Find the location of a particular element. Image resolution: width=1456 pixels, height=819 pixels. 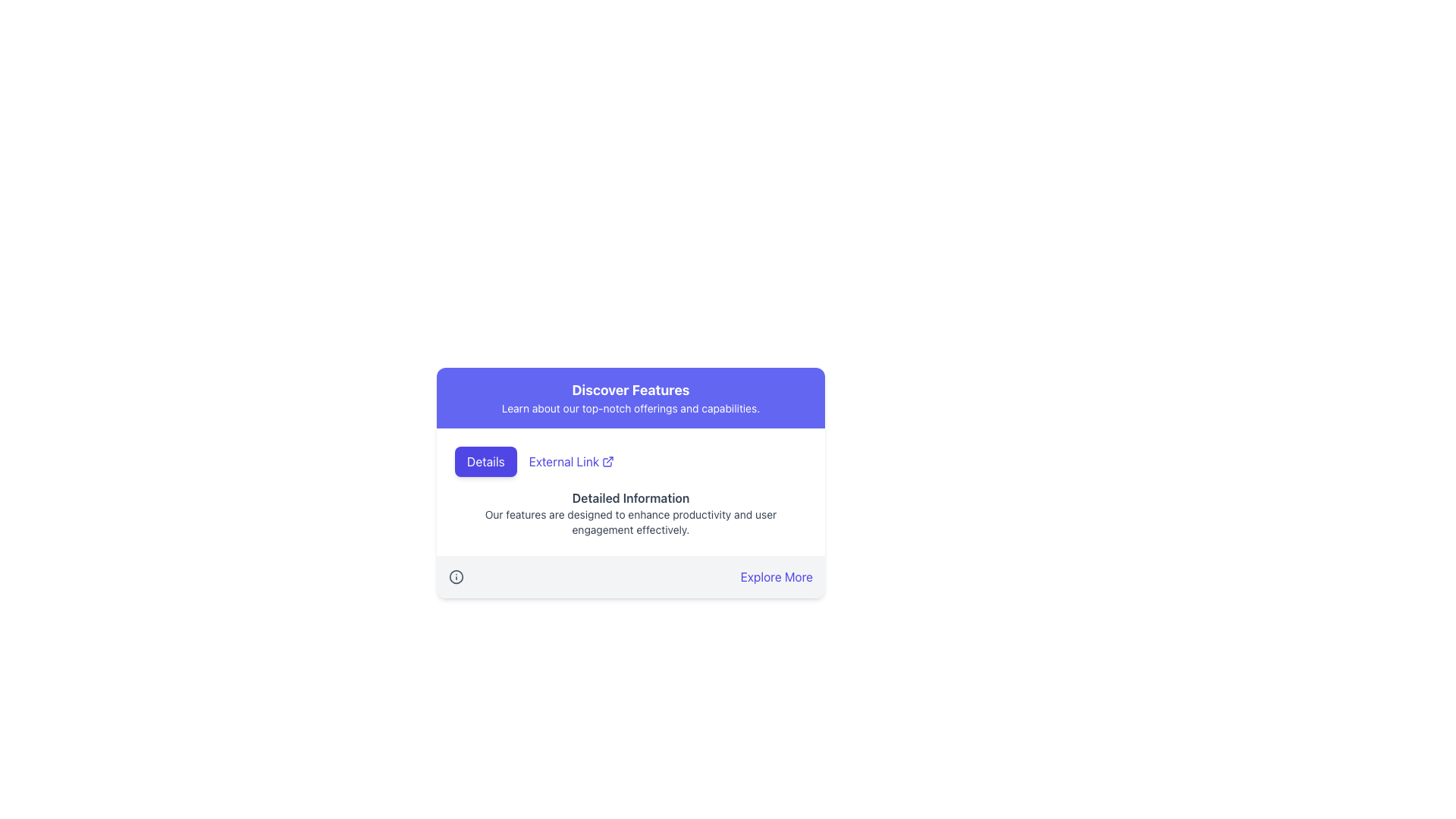

the external link icon located to the right of the 'External Link' text within the clickable button styled as a hyperlink is located at coordinates (608, 461).